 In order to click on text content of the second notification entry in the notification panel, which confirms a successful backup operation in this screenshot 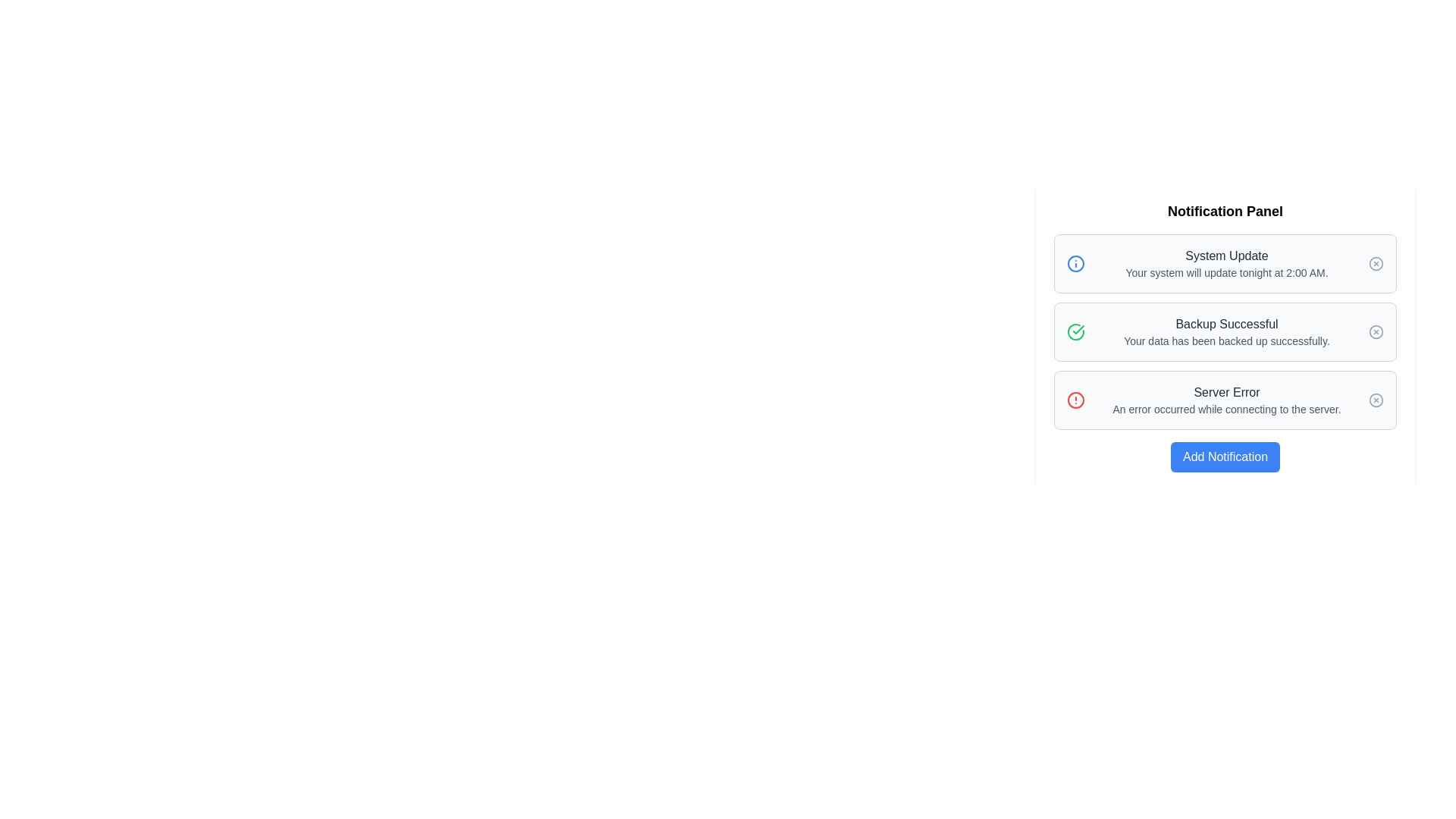, I will do `click(1226, 331)`.